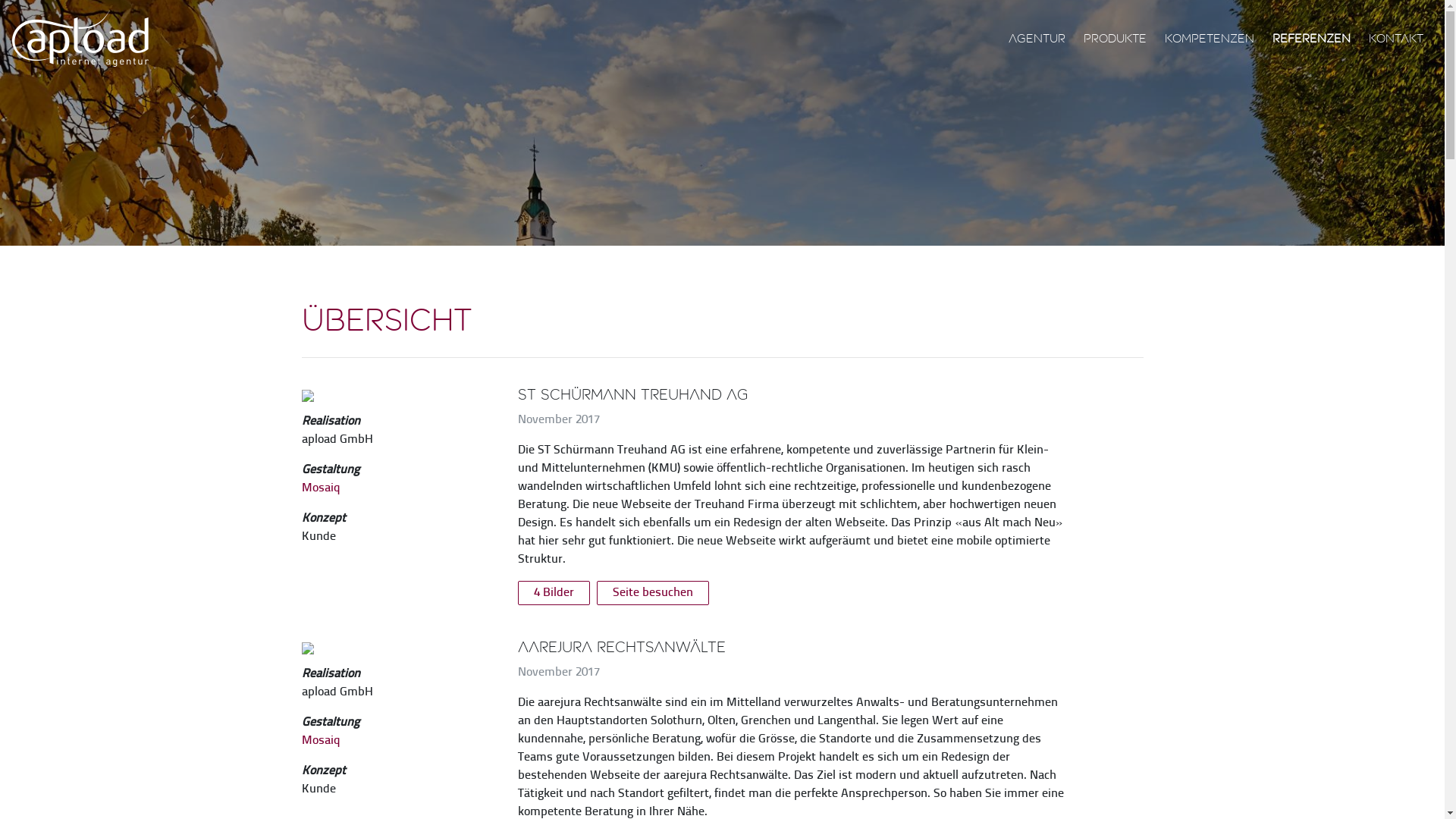 This screenshot has width=1456, height=819. What do you see at coordinates (302, 488) in the screenshot?
I see `'Mosaiq'` at bounding box center [302, 488].